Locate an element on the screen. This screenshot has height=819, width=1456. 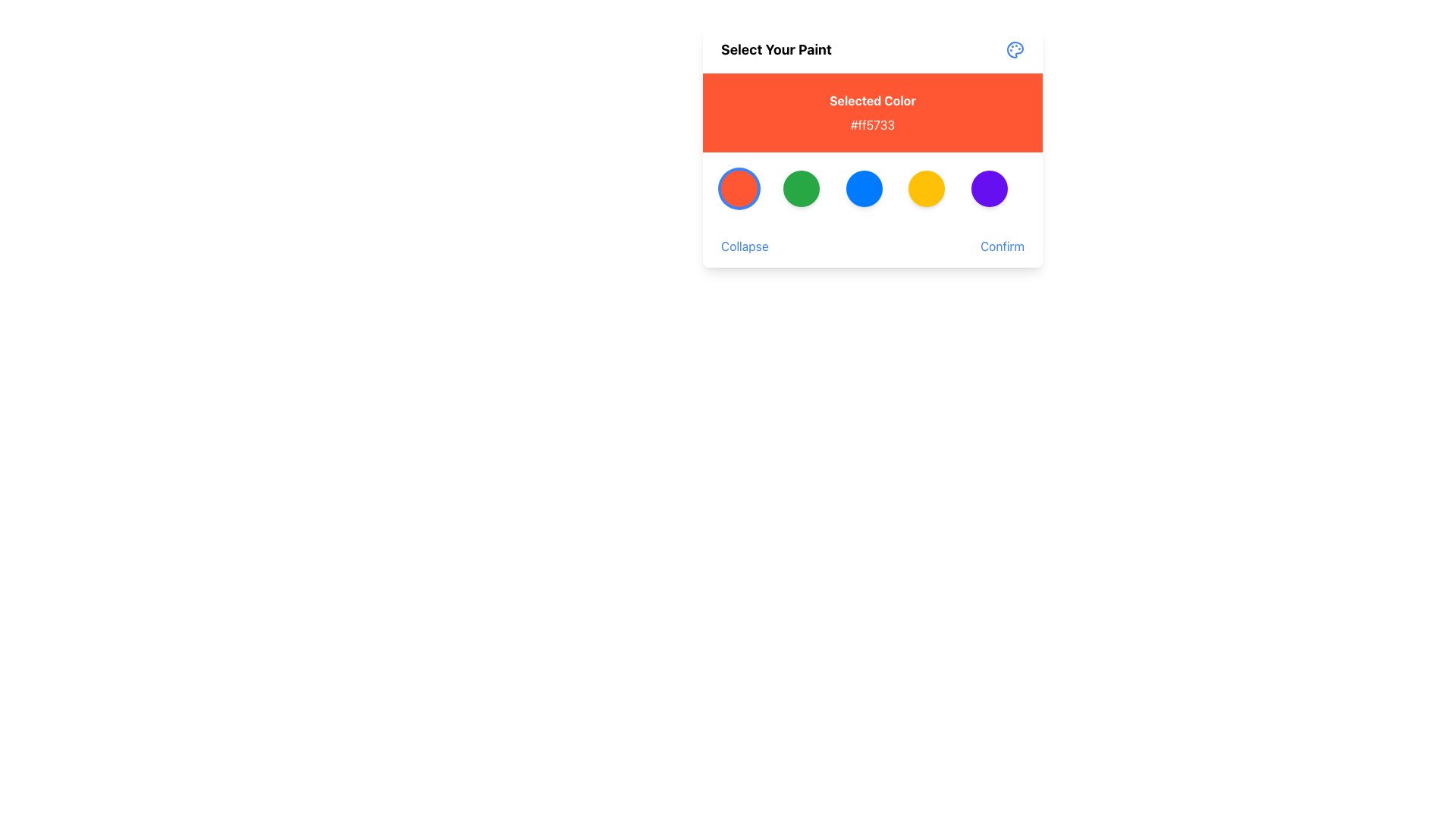
the text label indicating the title or context of the color selection component, which is positioned above the color code text block and aligned near the top center of the interface is located at coordinates (873, 100).